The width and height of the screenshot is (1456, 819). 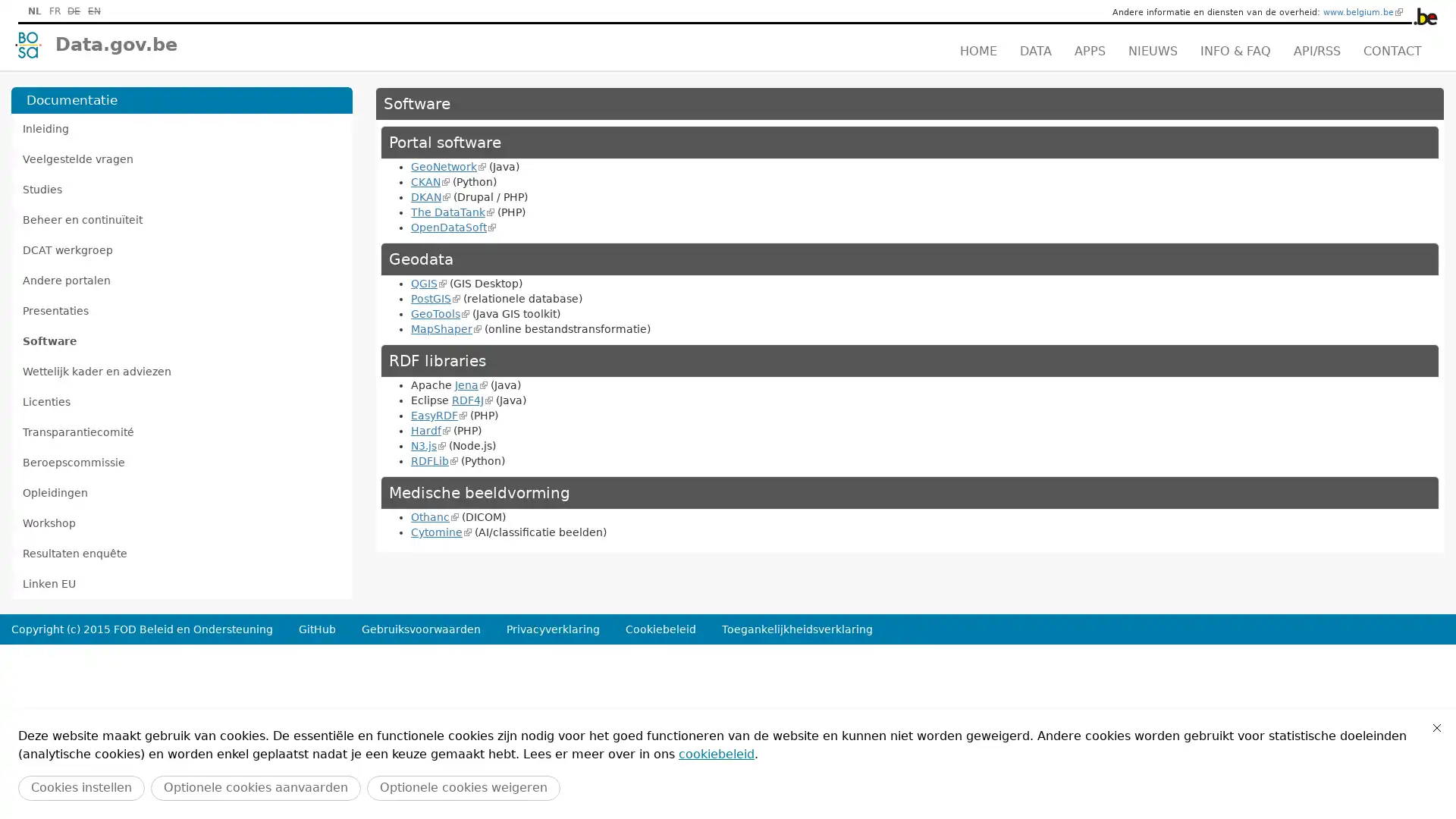 I want to click on Optionele cookies weigeren, so click(x=463, y=787).